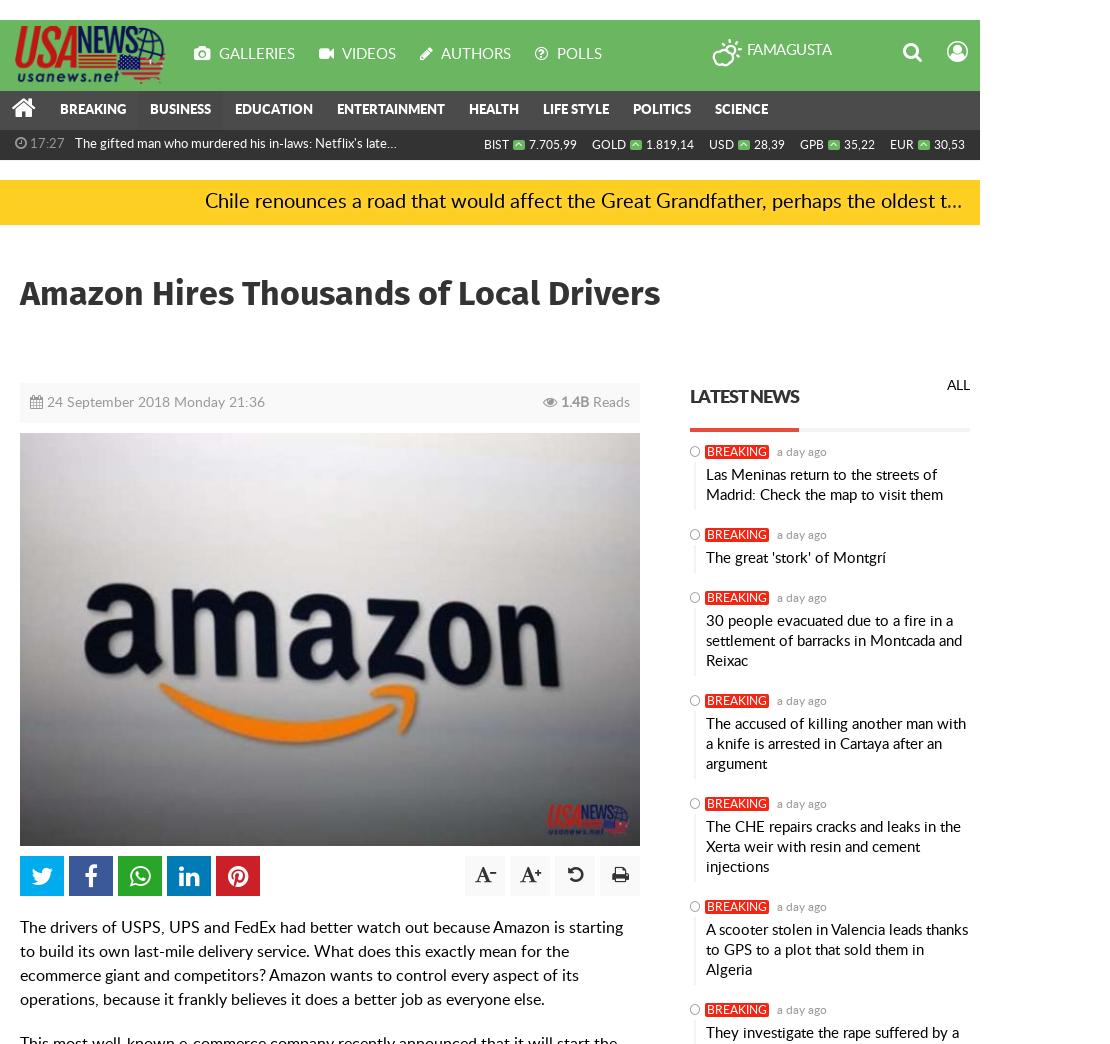 Image resolution: width=1110 pixels, height=1044 pixels. I want to click on 'Famagusta', so click(788, 49).